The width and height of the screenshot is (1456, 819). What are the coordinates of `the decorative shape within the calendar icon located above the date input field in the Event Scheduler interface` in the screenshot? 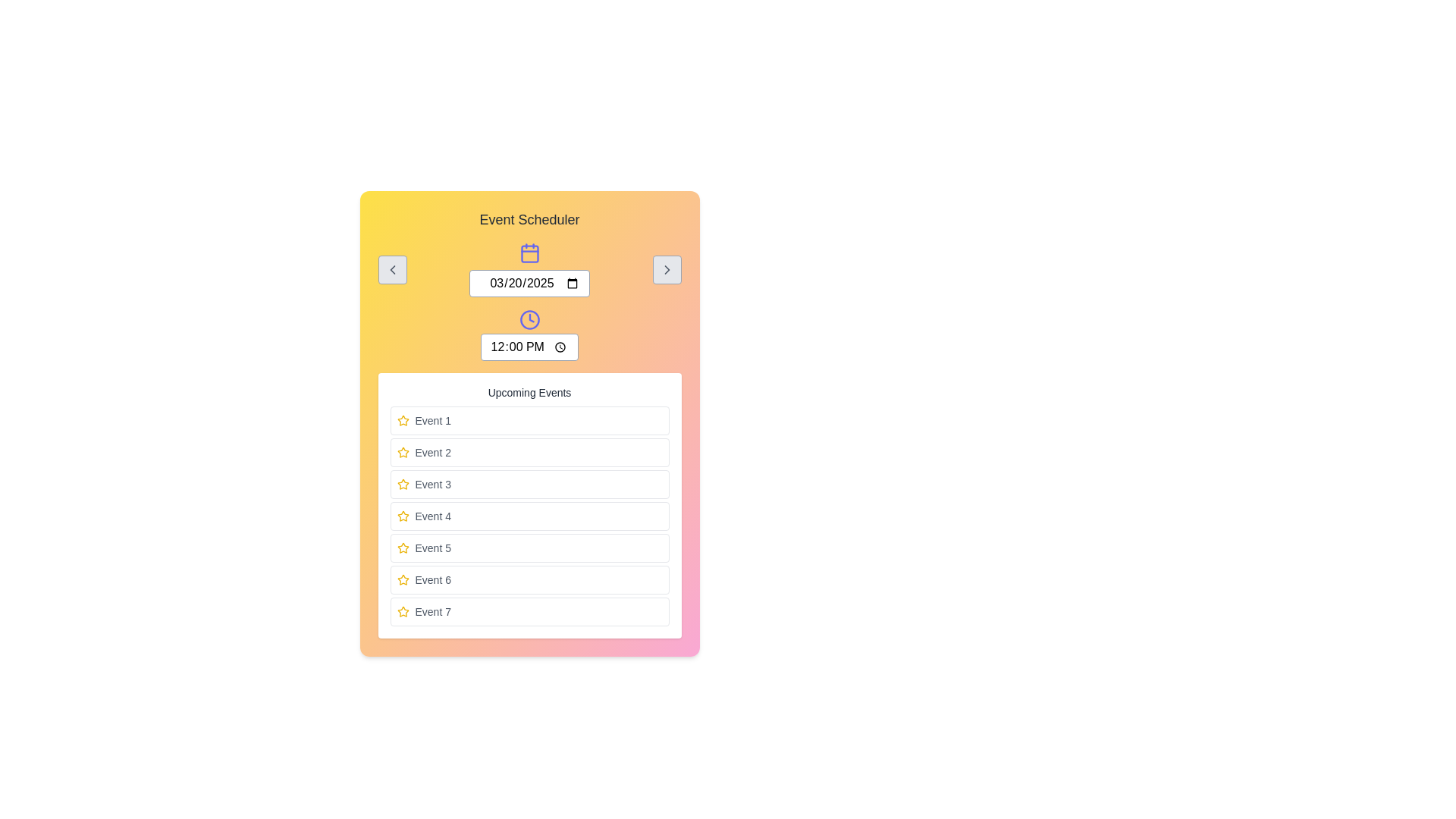 It's located at (529, 253).